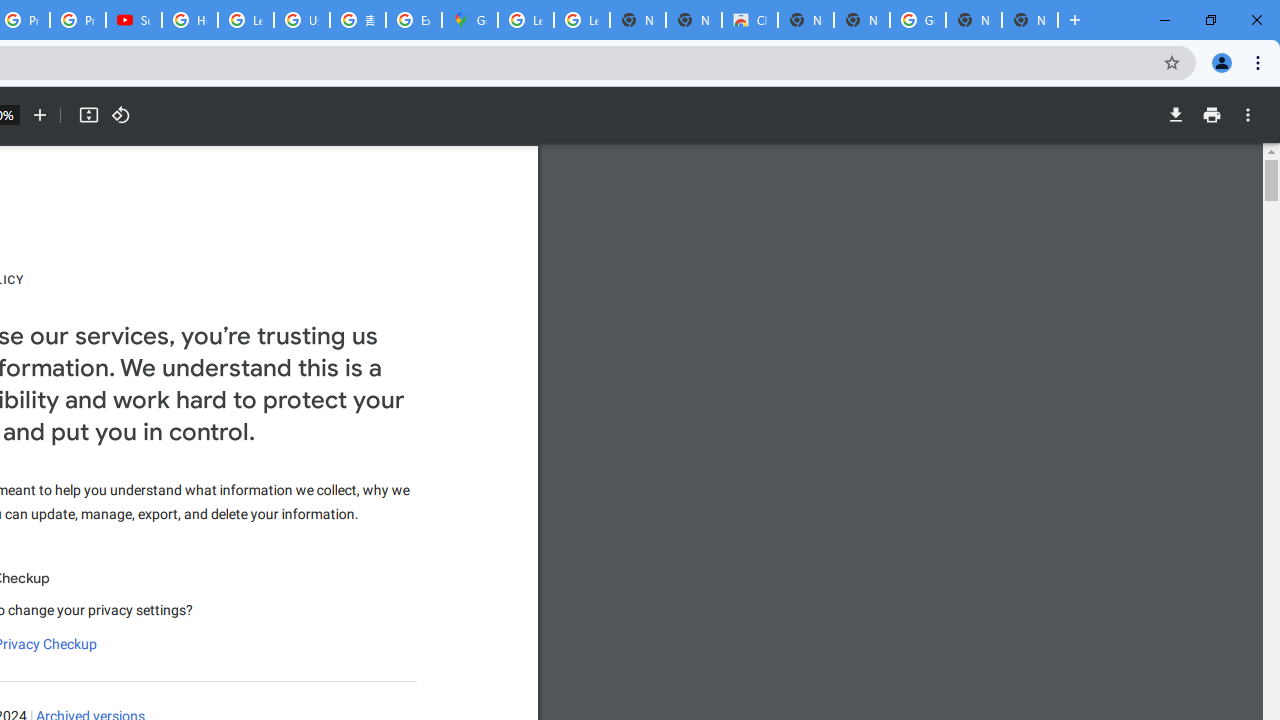 This screenshot has width=1280, height=720. What do you see at coordinates (39, 115) in the screenshot?
I see `'Zoom in'` at bounding box center [39, 115].